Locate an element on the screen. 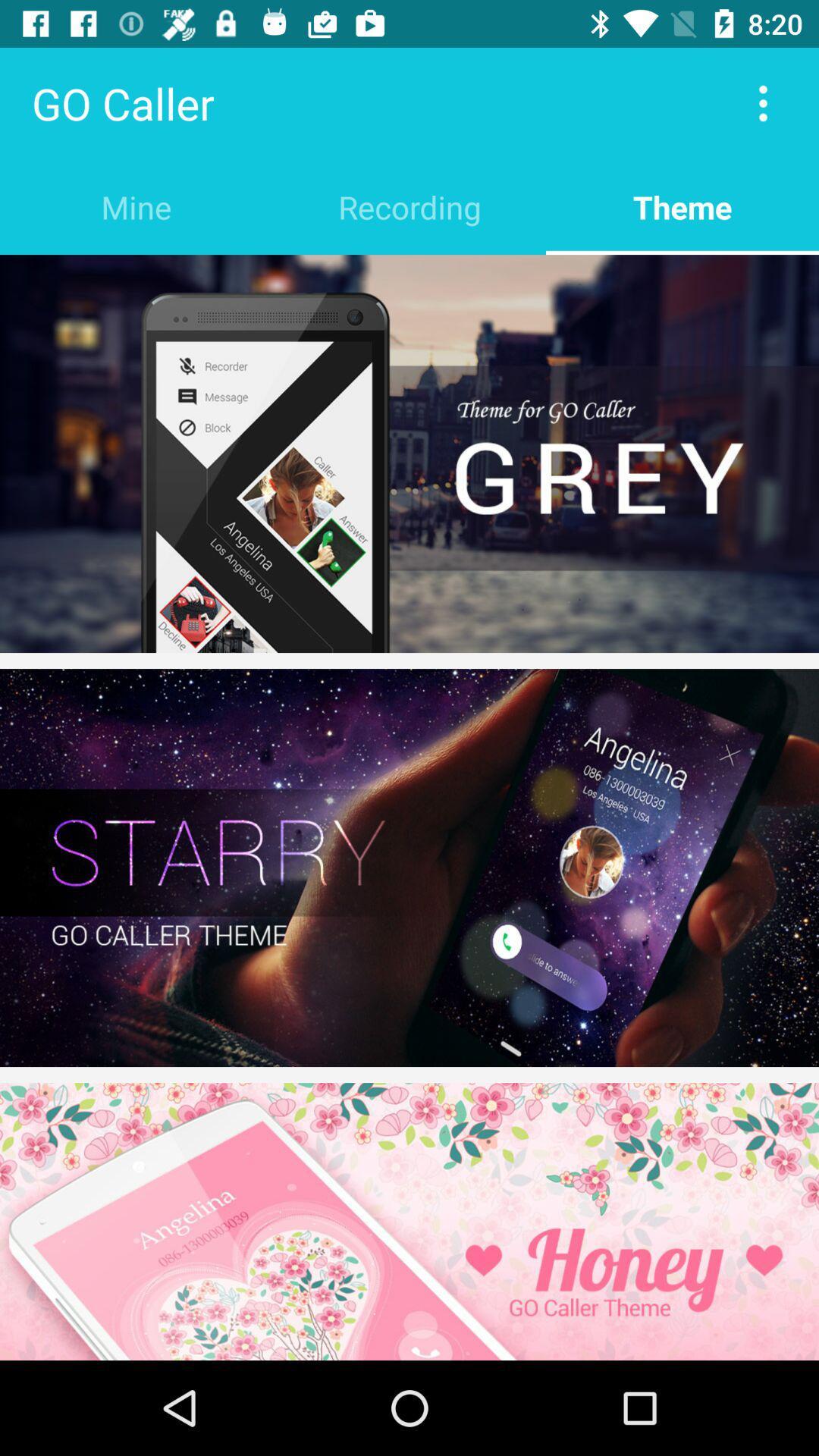 The width and height of the screenshot is (819, 1456). item next to the theme icon is located at coordinates (409, 206).